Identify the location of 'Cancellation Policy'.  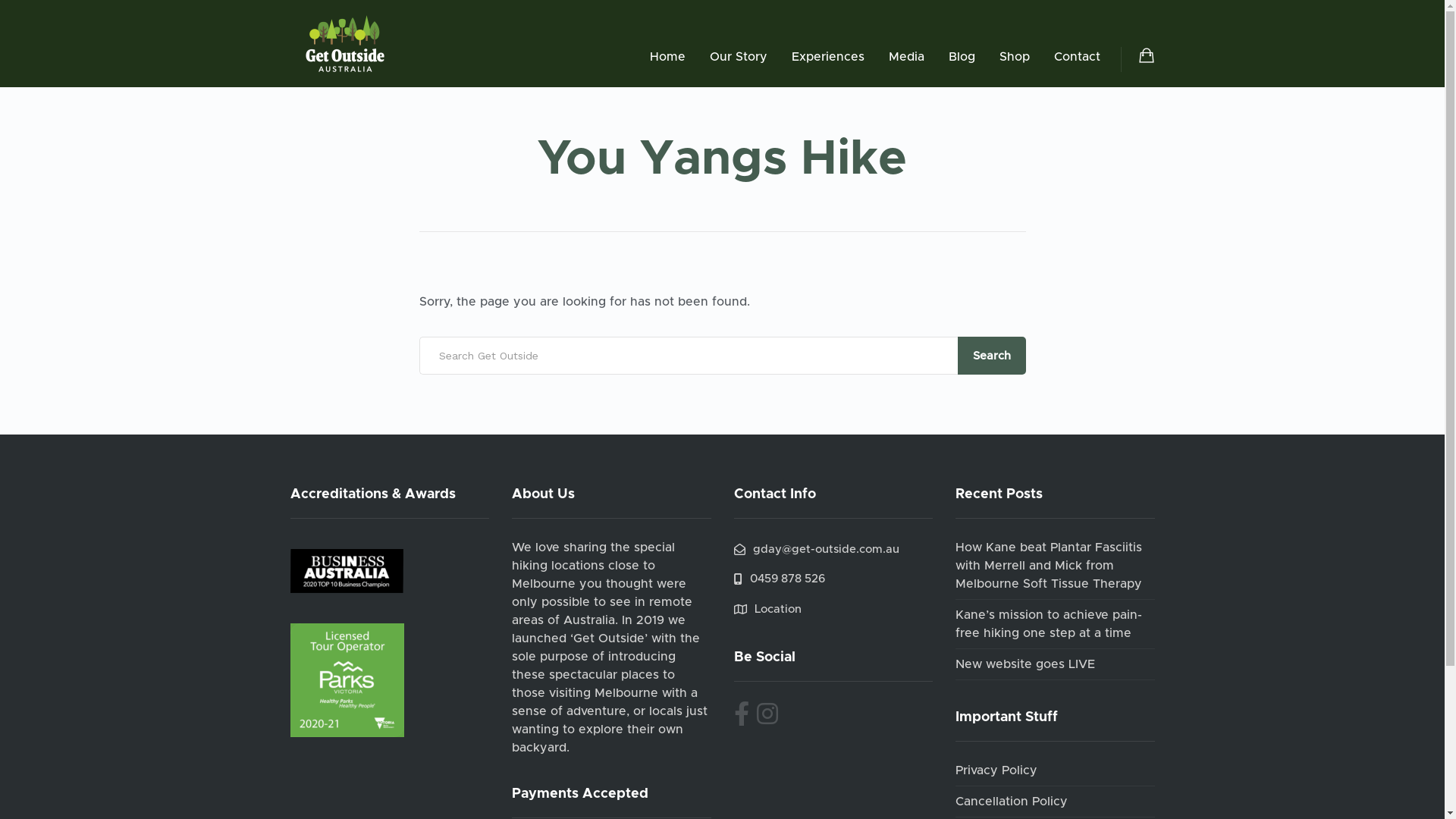
(954, 800).